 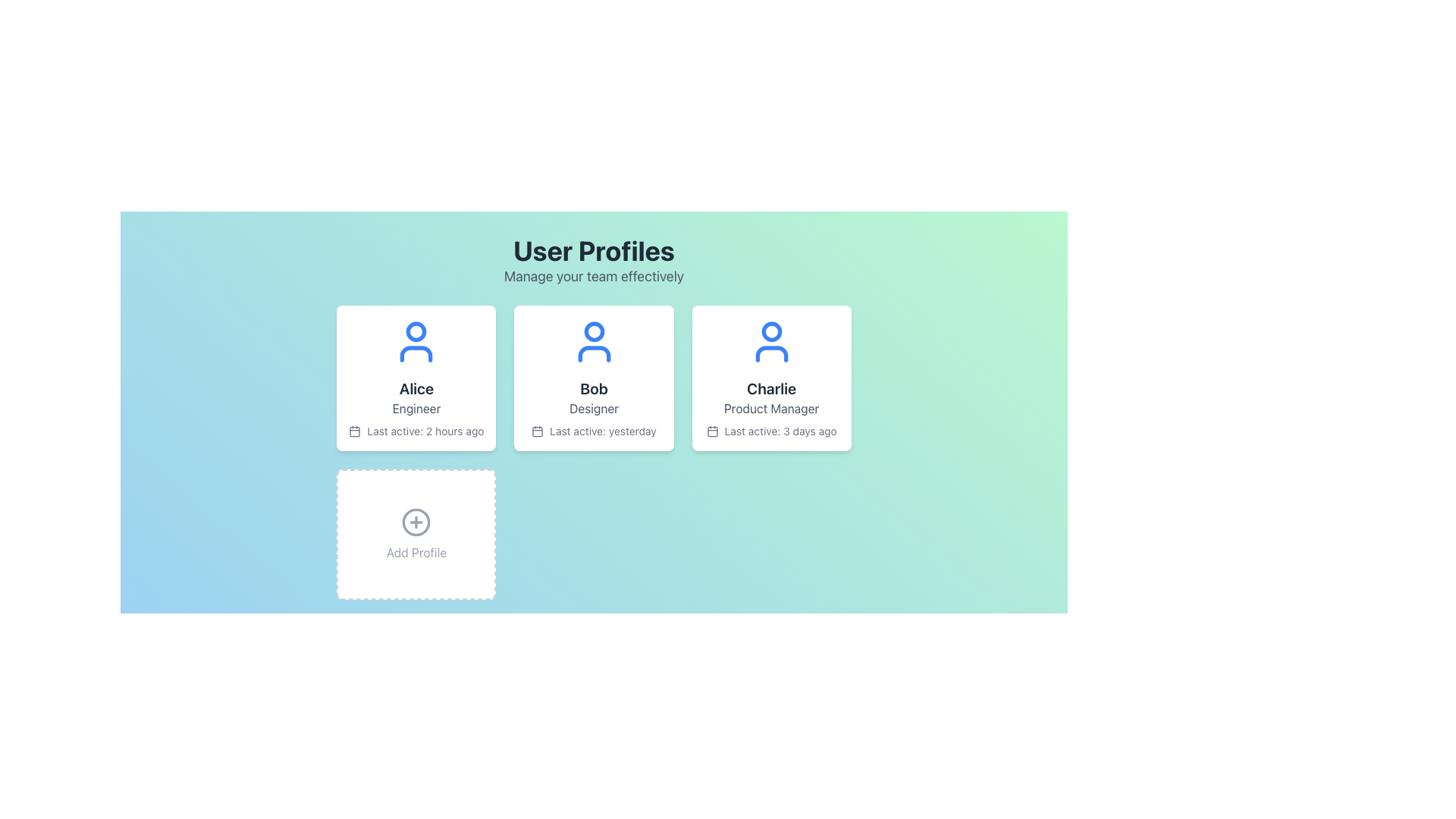 What do you see at coordinates (416, 331) in the screenshot?
I see `the Circle element representing Alice's head in the user profile icon located in the first card from the left` at bounding box center [416, 331].